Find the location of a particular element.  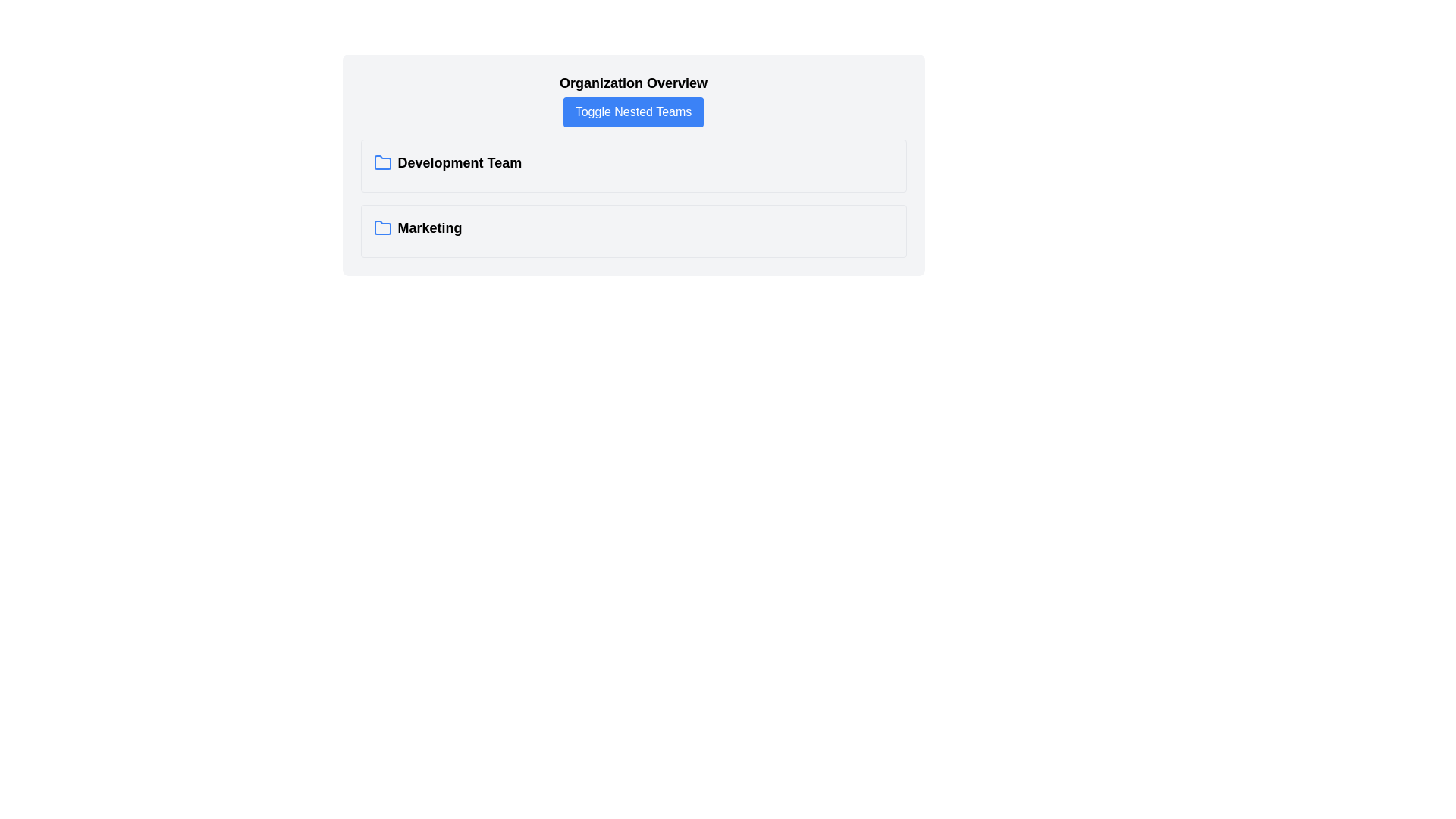

the folder icon representing the 'Marketing' section is located at coordinates (382, 227).